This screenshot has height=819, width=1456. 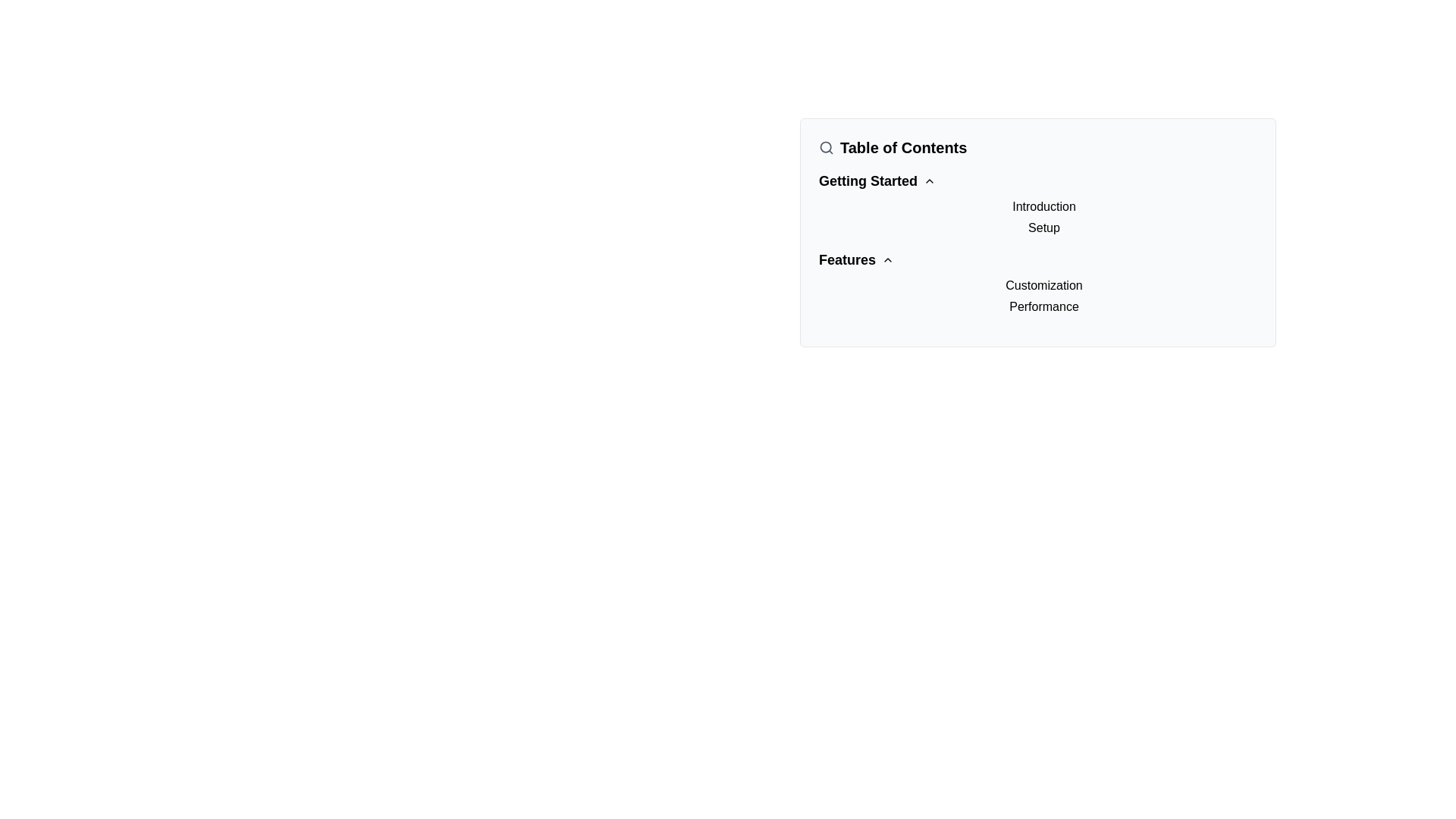 I want to click on the 'Customization' and 'Performance' subsections text element located within the 'Features' category in the table of contents panel, so click(x=1037, y=296).